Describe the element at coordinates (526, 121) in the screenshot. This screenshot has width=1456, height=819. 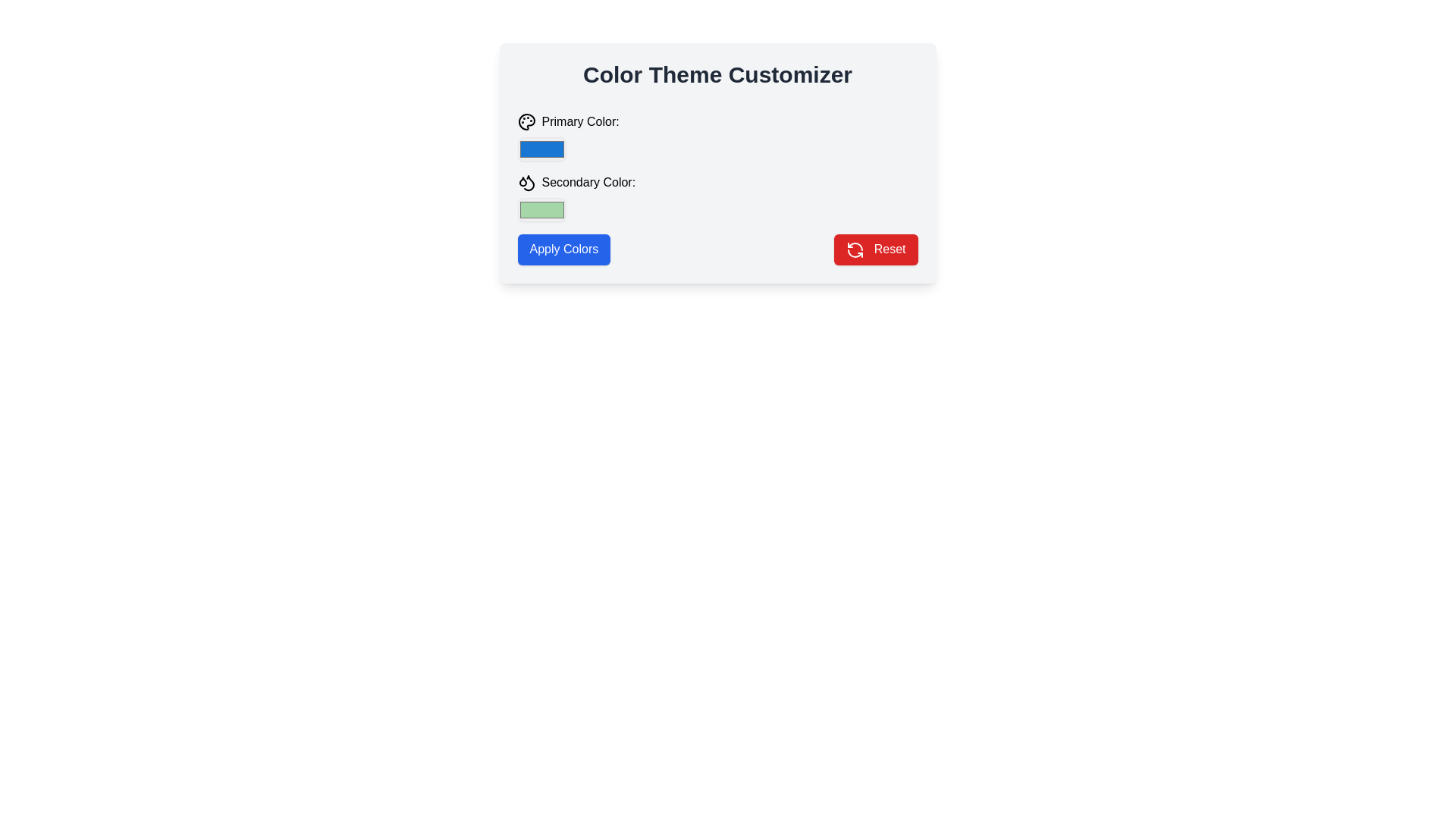
I see `the painter's palette icon located to the left of the text 'Primary Color:' in the UI` at that location.